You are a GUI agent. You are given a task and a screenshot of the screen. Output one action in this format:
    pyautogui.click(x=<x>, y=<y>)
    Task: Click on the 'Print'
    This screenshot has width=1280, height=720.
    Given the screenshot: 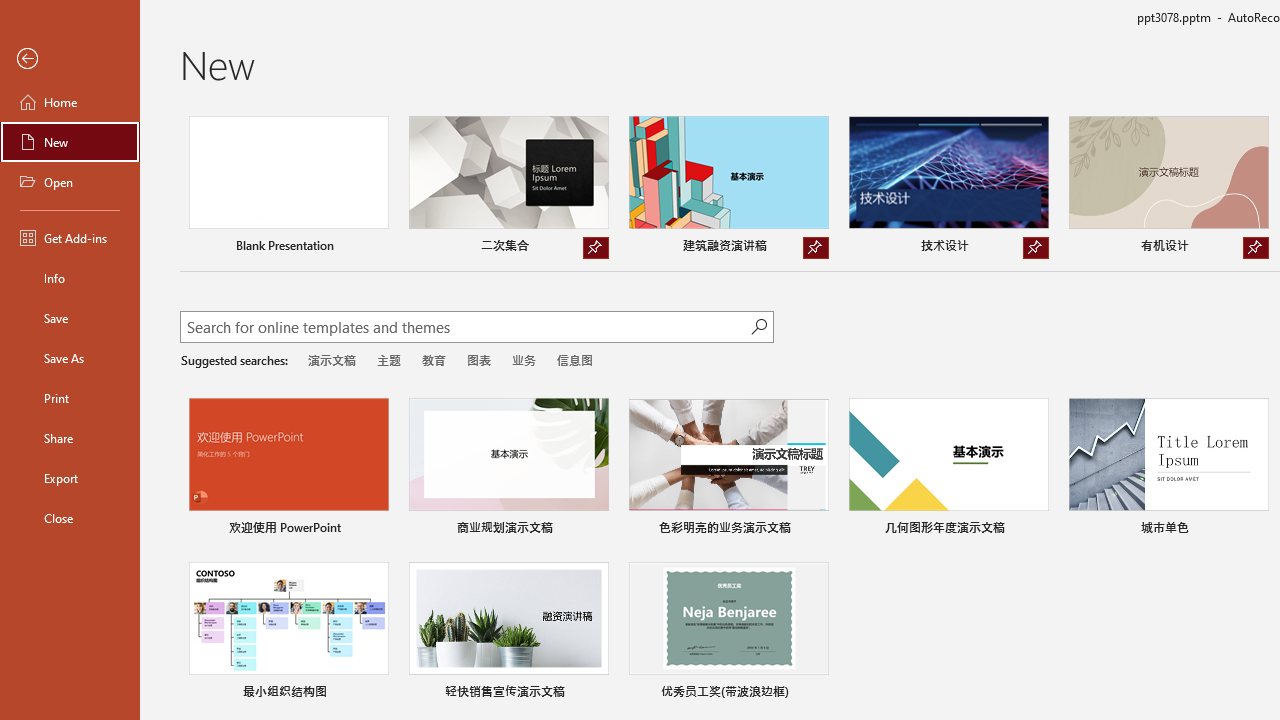 What is the action you would take?
    pyautogui.click(x=69, y=398)
    